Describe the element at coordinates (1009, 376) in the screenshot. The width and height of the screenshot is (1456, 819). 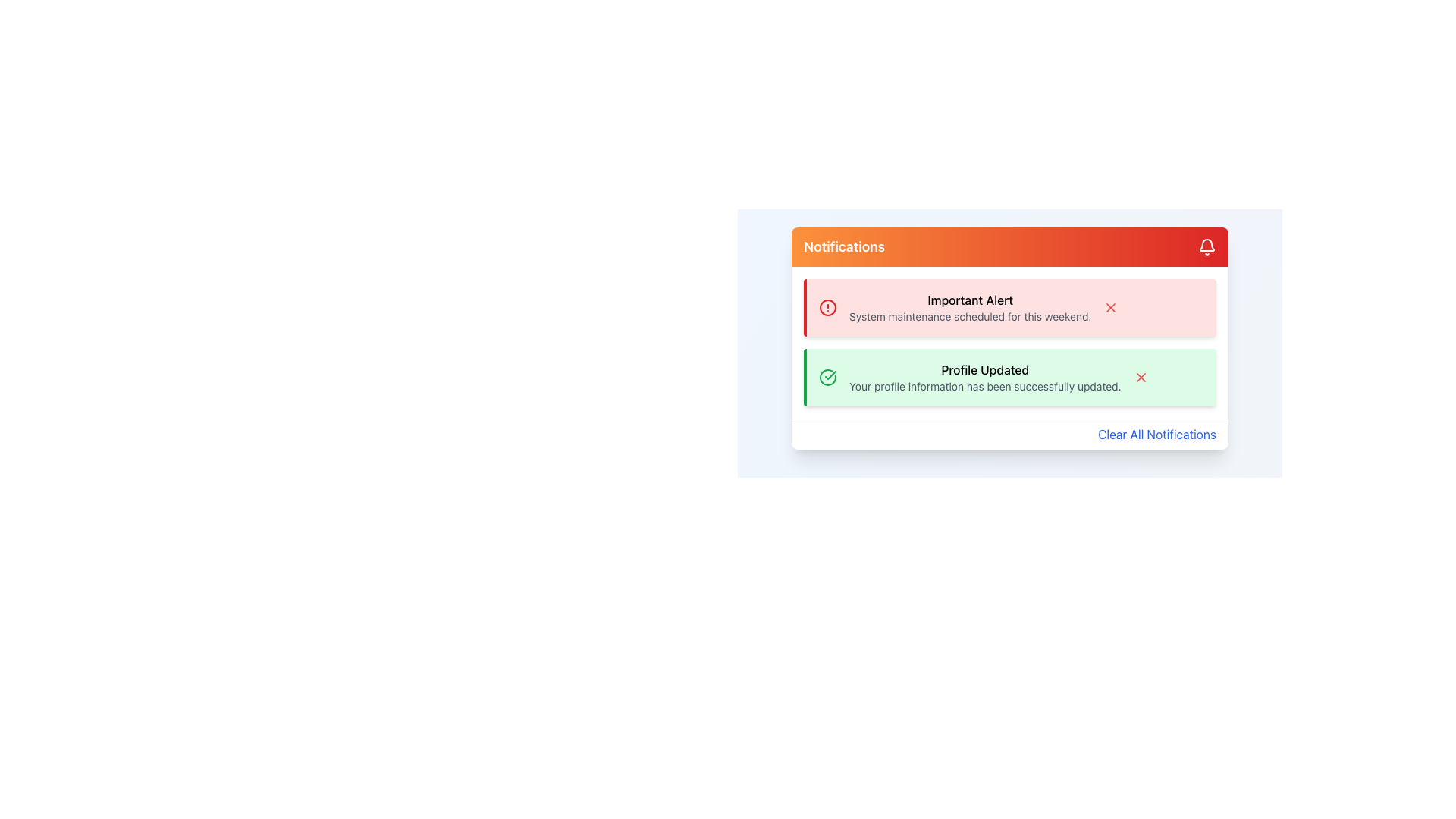
I see `notification displayed in the second entry of the Notifications section, which informs the user that their profile has been successfully updated` at that location.